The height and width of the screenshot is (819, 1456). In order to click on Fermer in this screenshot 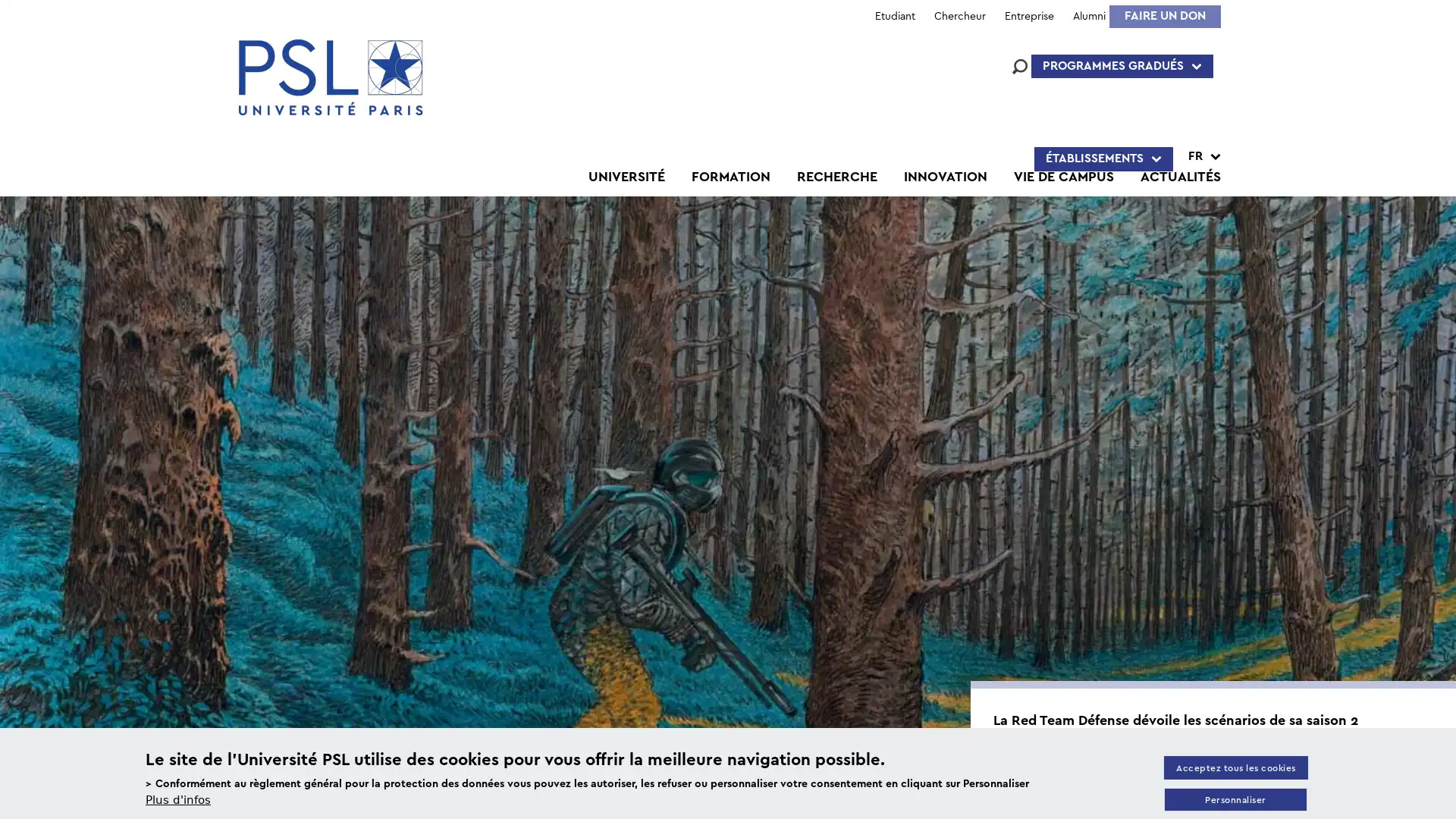, I will do `click(1437, 148)`.